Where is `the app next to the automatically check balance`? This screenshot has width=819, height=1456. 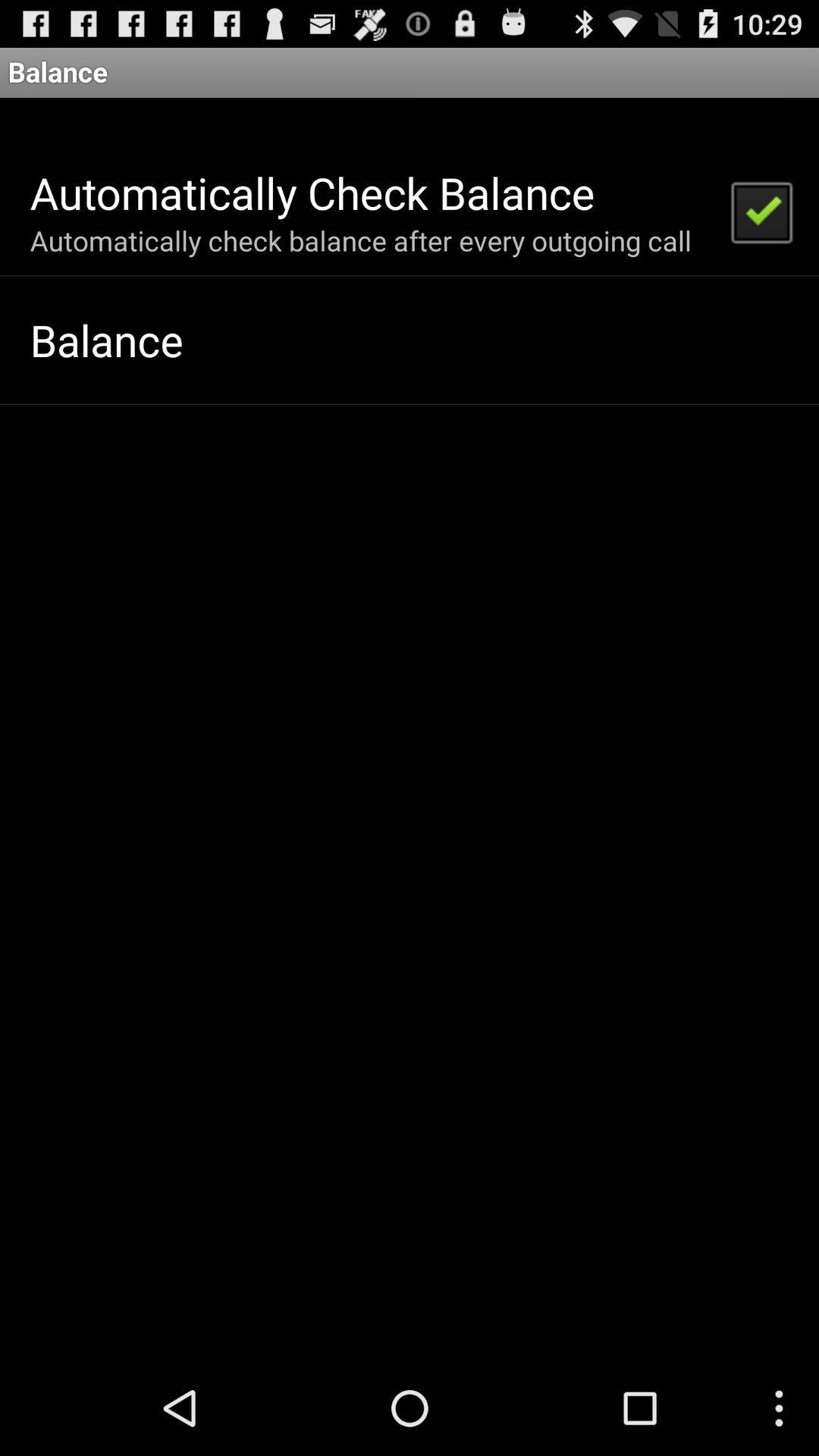 the app next to the automatically check balance is located at coordinates (761, 210).